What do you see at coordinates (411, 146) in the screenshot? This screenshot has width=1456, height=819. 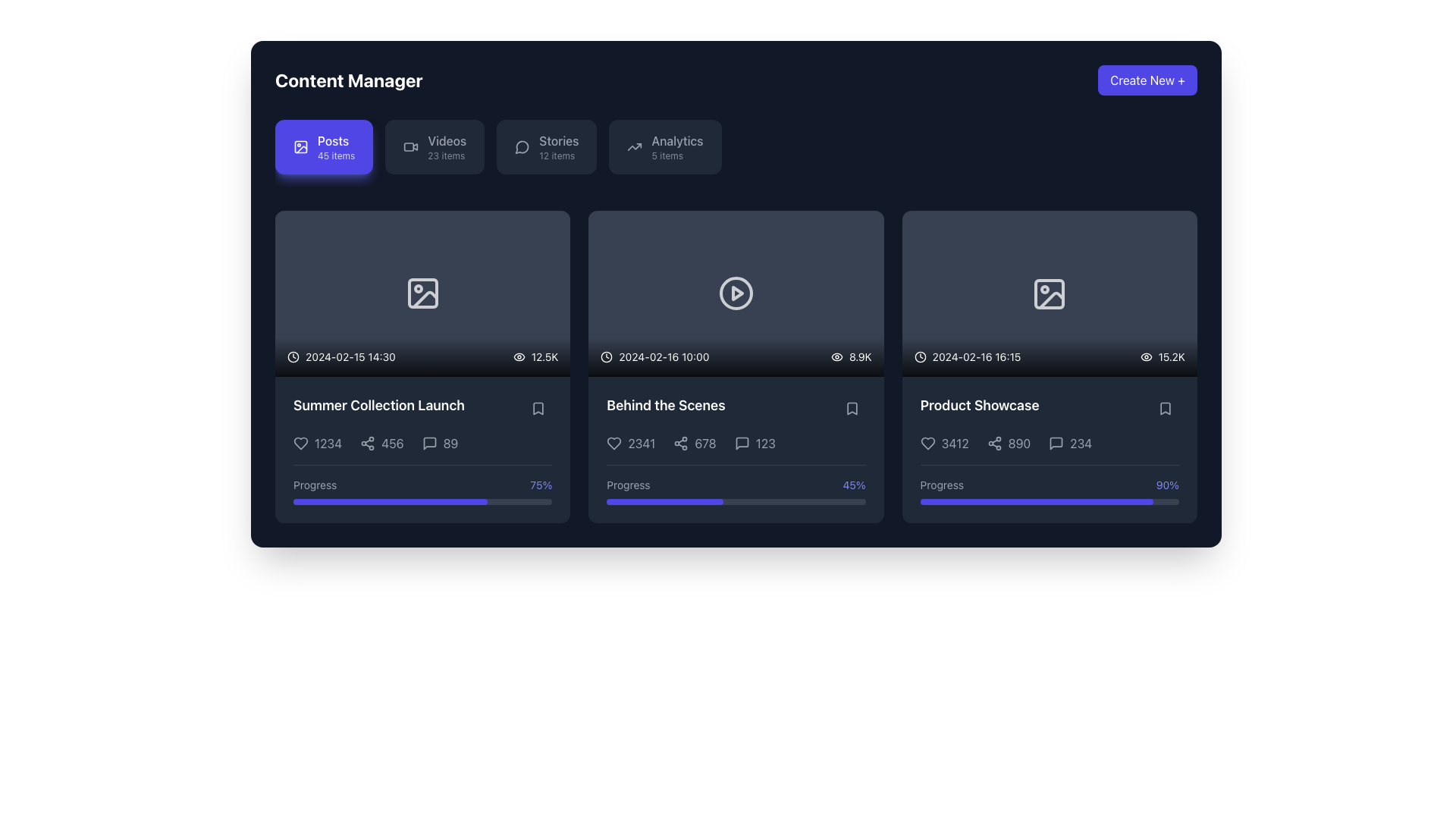 I see `the video camera icon within the 'Videos 23 items' button, which is styled with a simple and clean appearance and is part of a horizontal navigation bar` at bounding box center [411, 146].